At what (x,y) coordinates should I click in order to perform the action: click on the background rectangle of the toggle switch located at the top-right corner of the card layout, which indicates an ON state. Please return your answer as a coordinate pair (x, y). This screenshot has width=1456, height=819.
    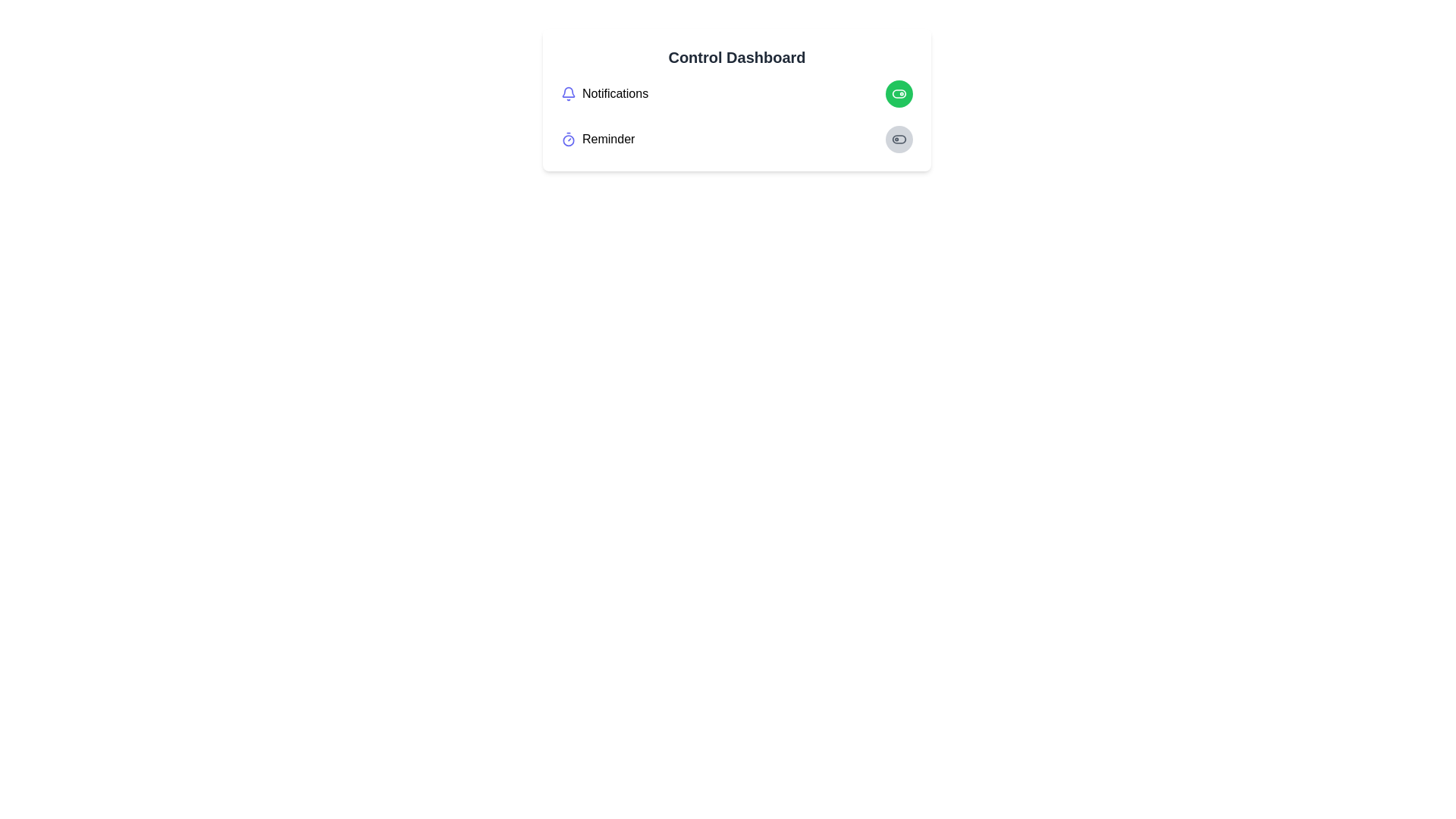
    Looking at the image, I should click on (899, 93).